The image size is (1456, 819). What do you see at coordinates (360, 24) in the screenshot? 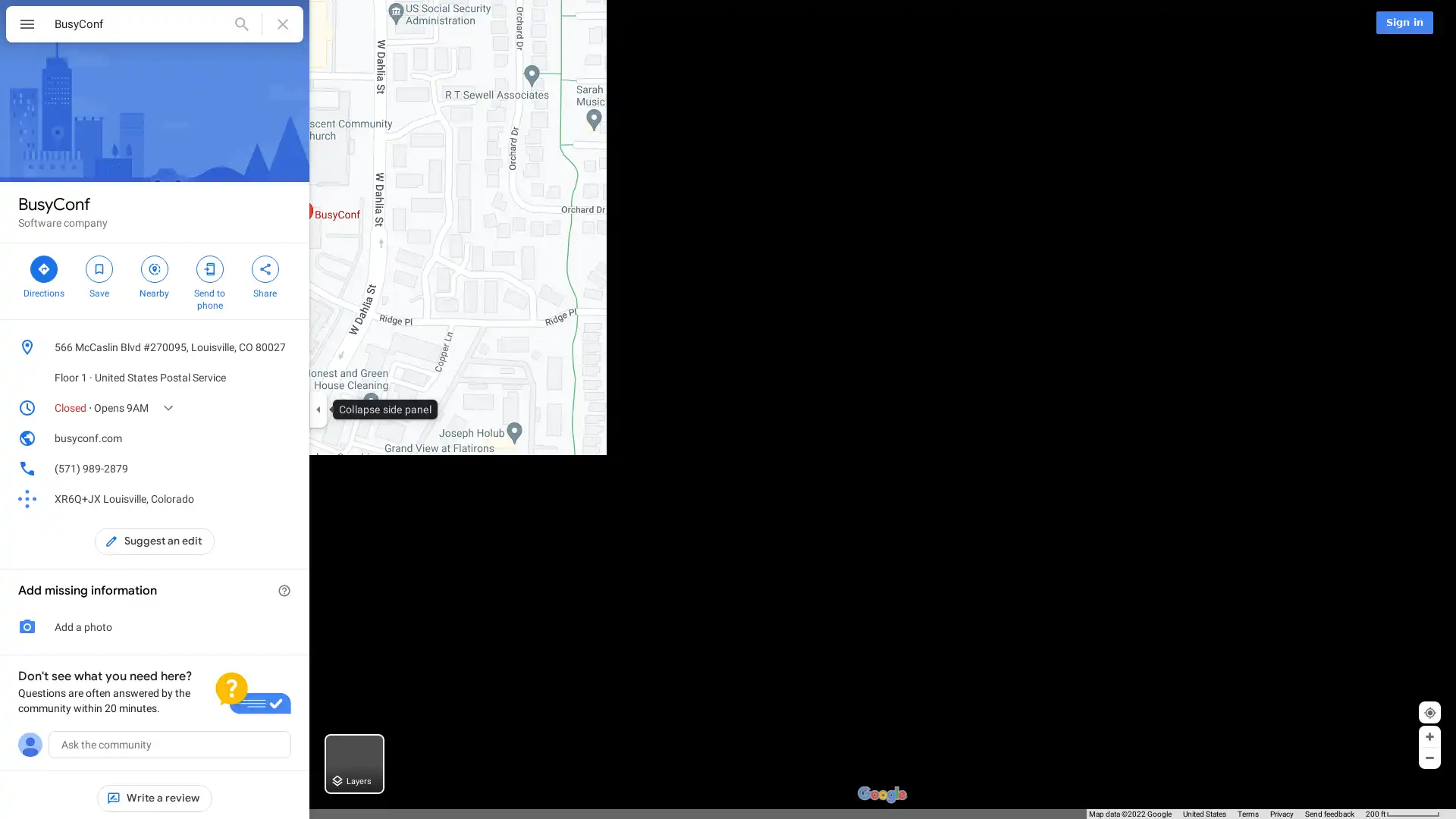
I see `Restaurants` at bounding box center [360, 24].